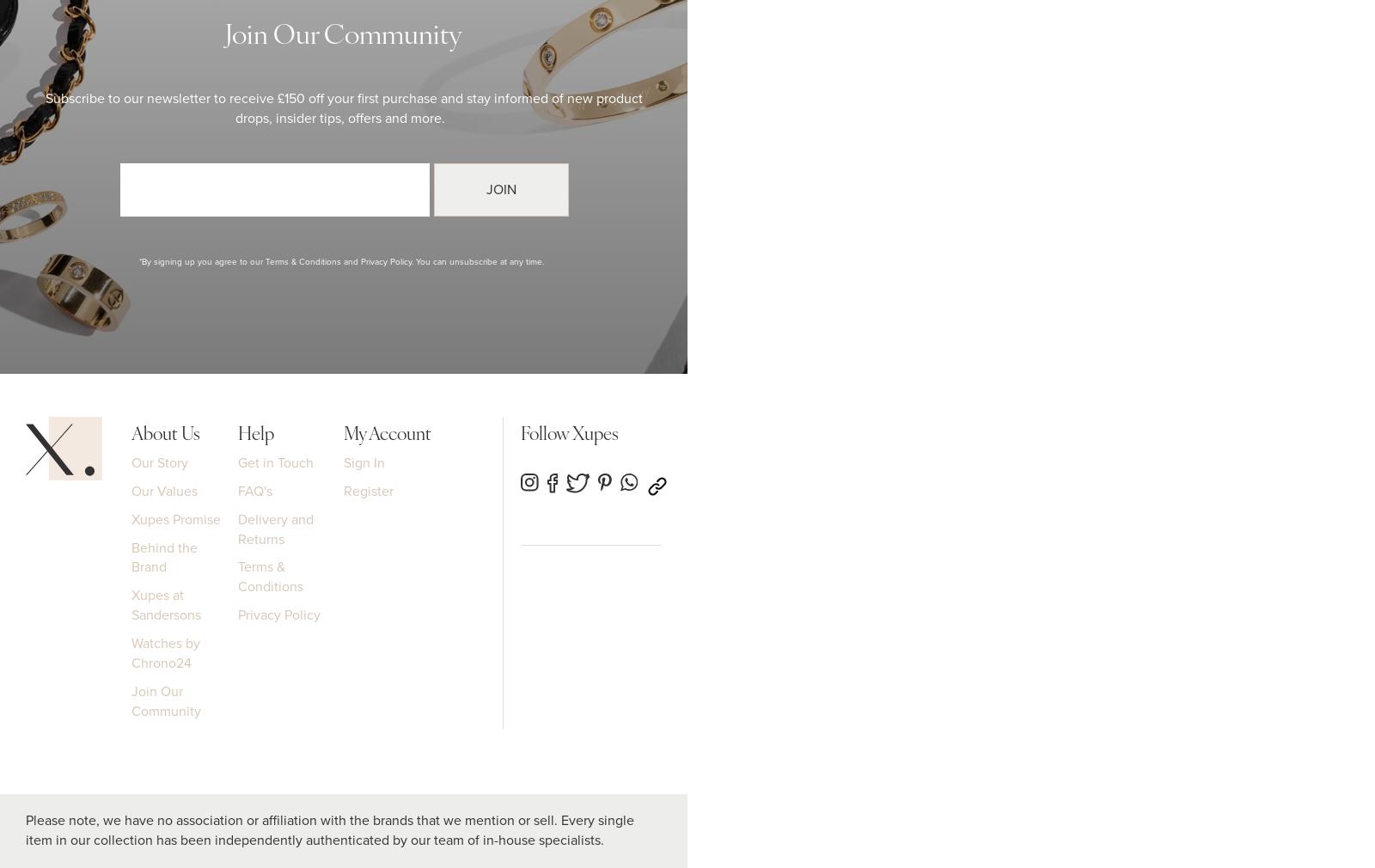 The height and width of the screenshot is (868, 1375). Describe the element at coordinates (275, 527) in the screenshot. I see `'Delivery and Returns'` at that location.